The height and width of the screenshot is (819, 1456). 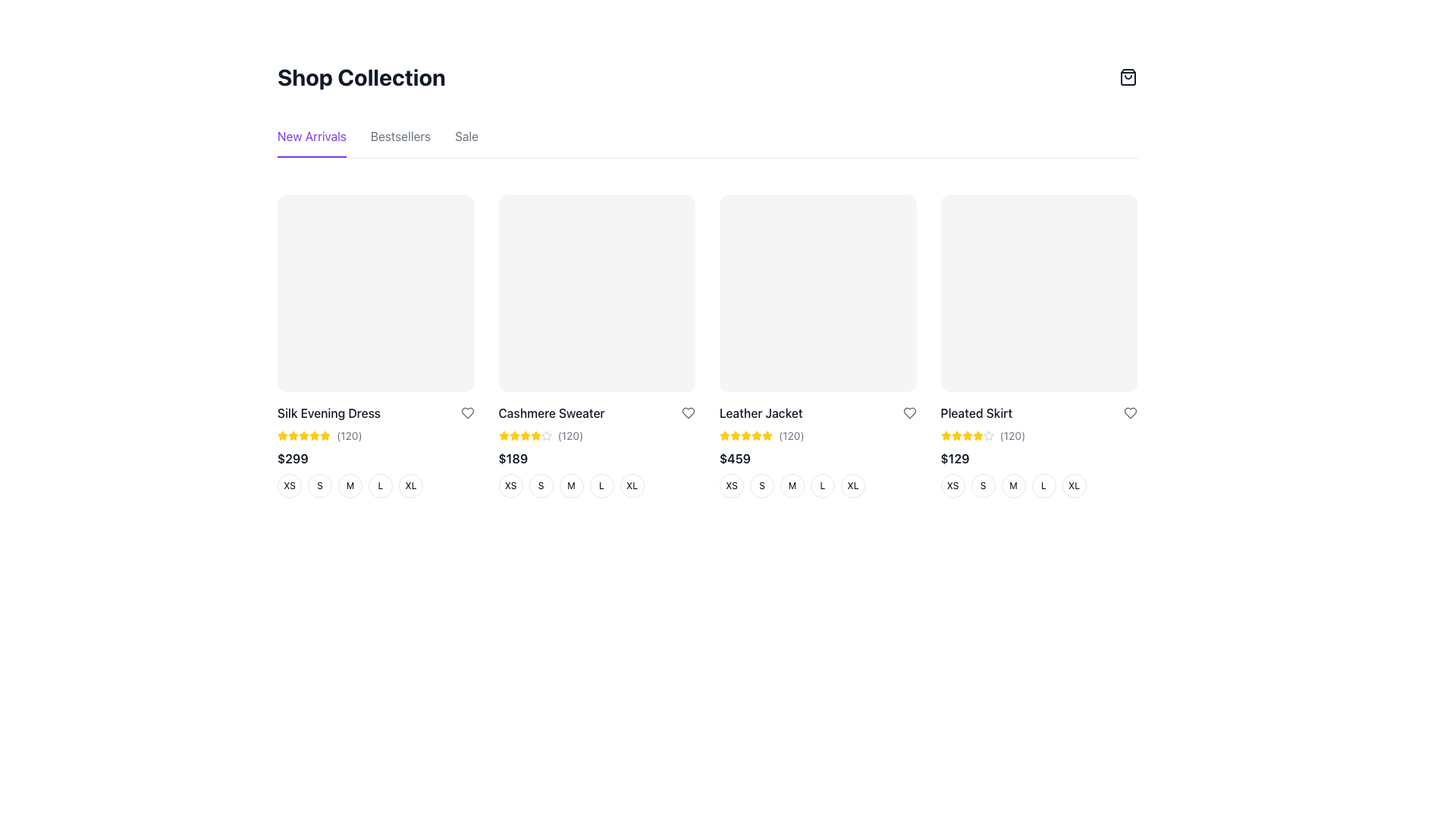 What do you see at coordinates (852, 485) in the screenshot?
I see `the 'XL' size selection button located below the 'Leather Jacket' product listing` at bounding box center [852, 485].